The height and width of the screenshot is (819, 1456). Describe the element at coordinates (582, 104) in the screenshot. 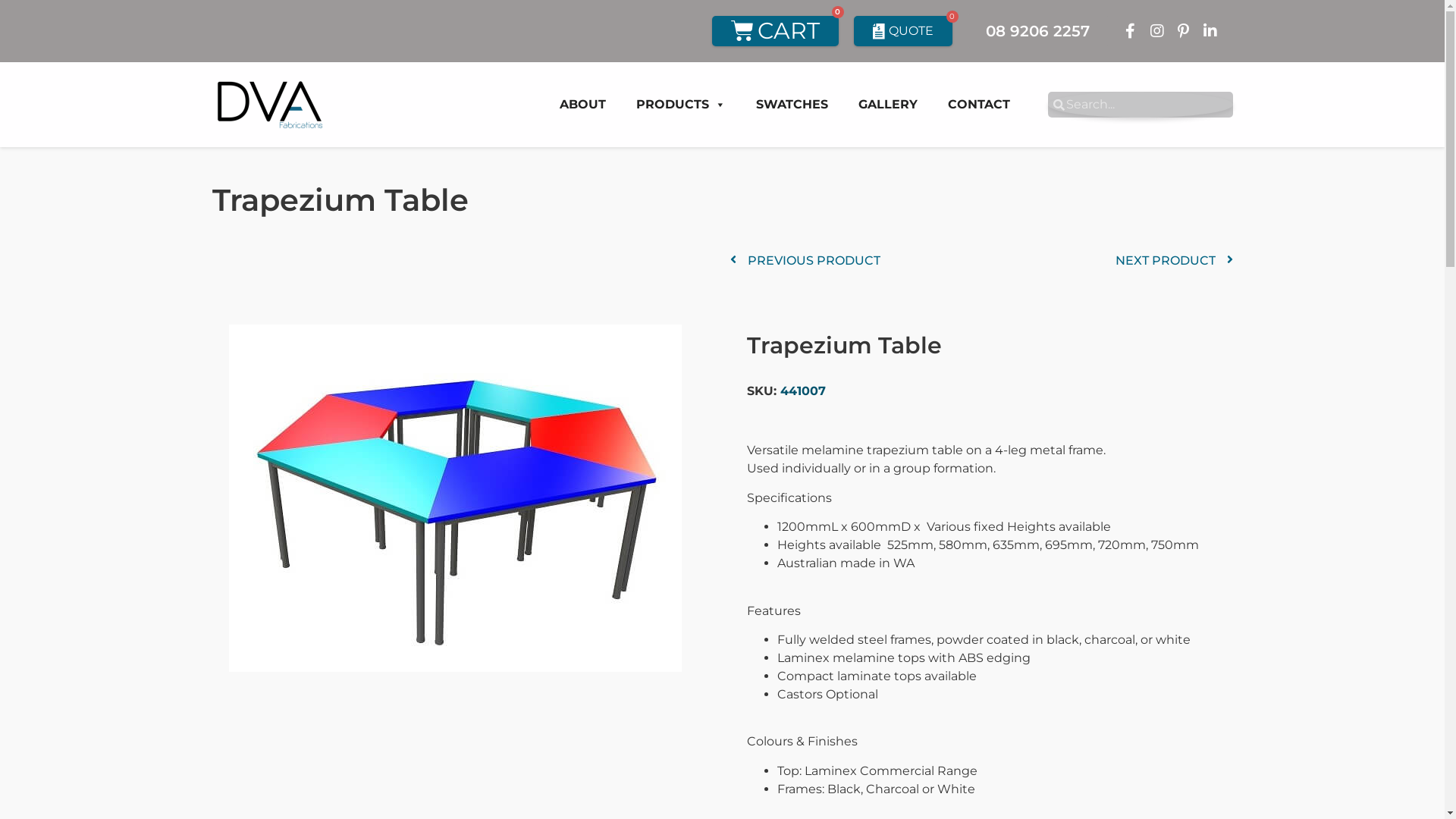

I see `'ABOUT'` at that location.